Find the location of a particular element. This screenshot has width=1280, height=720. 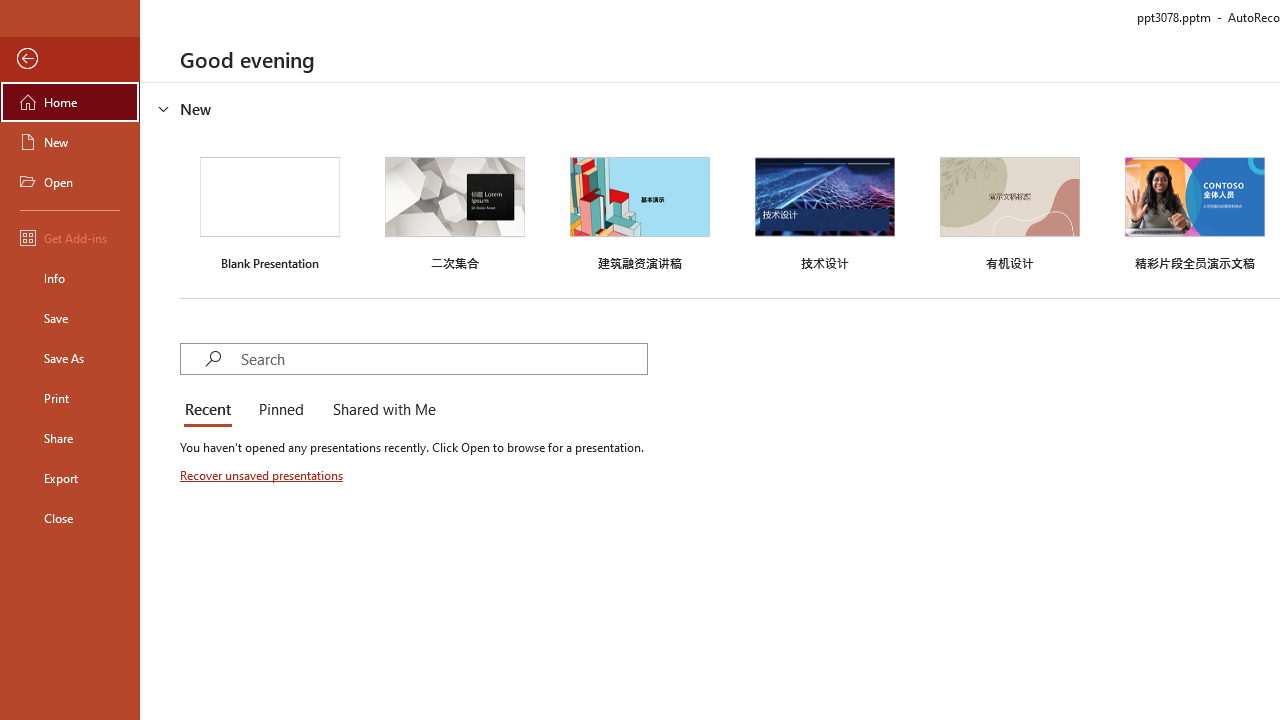

'Info' is located at coordinates (69, 277).